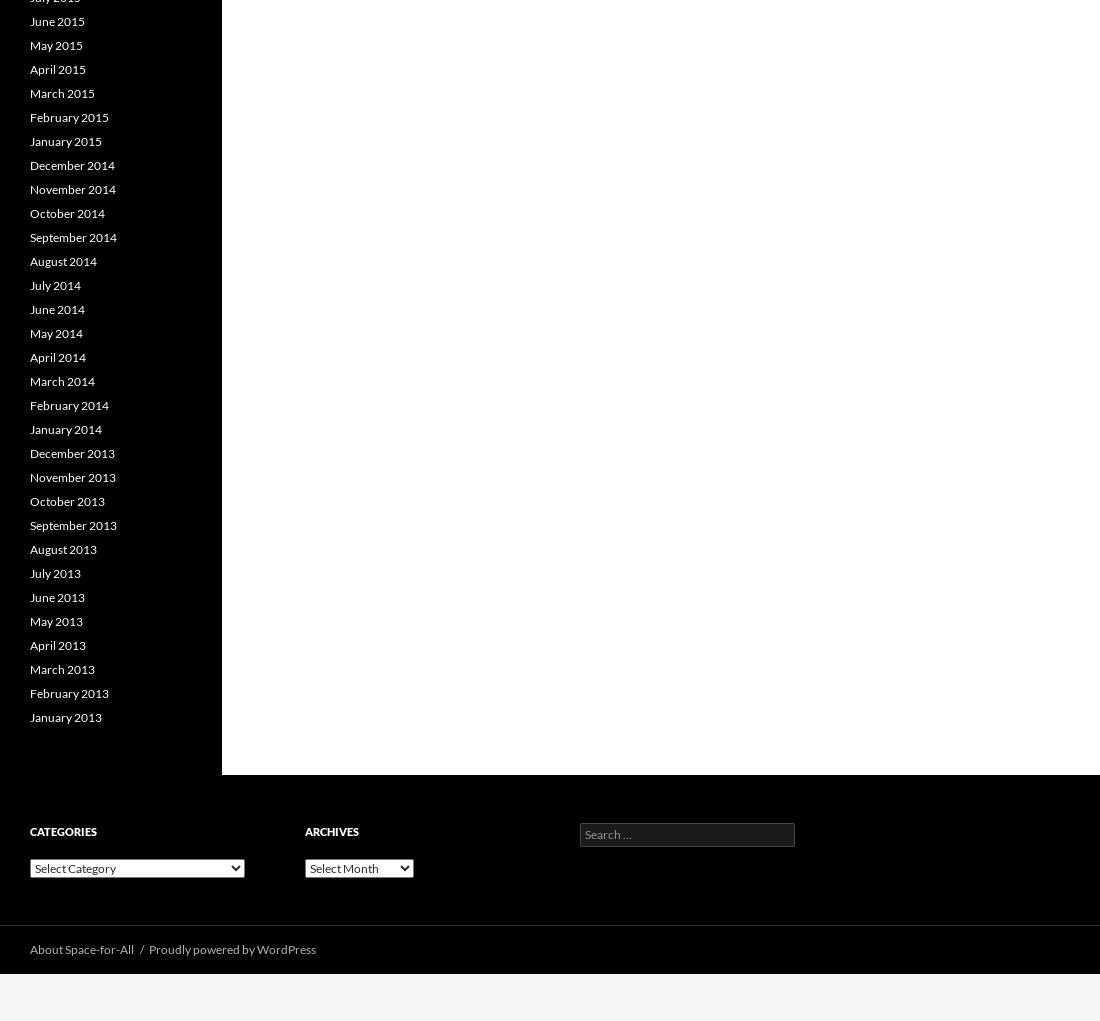 This screenshot has height=1021, width=1100. What do you see at coordinates (29, 597) in the screenshot?
I see `'June 2013'` at bounding box center [29, 597].